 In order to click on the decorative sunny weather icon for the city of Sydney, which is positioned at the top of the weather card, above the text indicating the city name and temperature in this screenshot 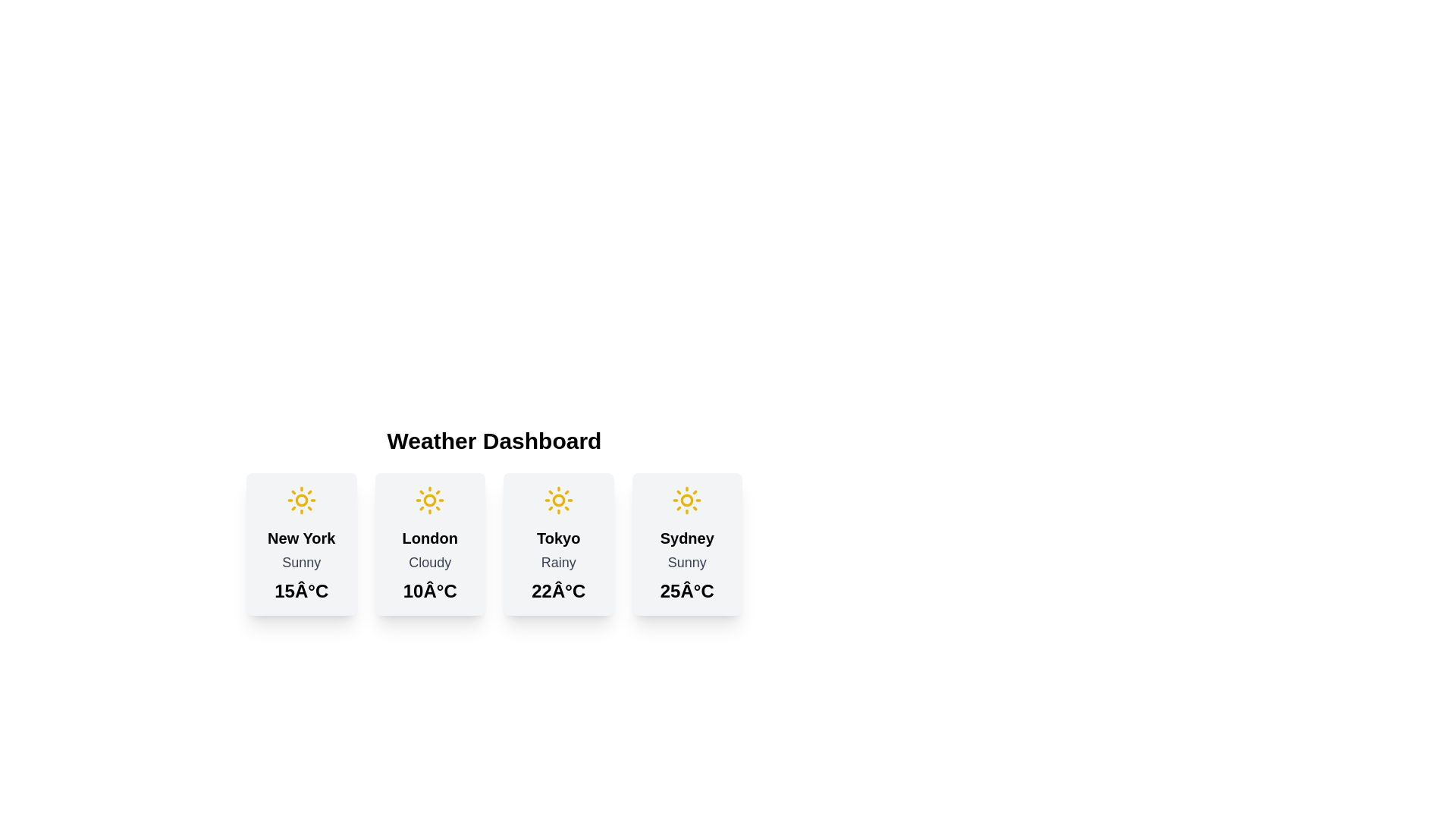, I will do `click(686, 500)`.